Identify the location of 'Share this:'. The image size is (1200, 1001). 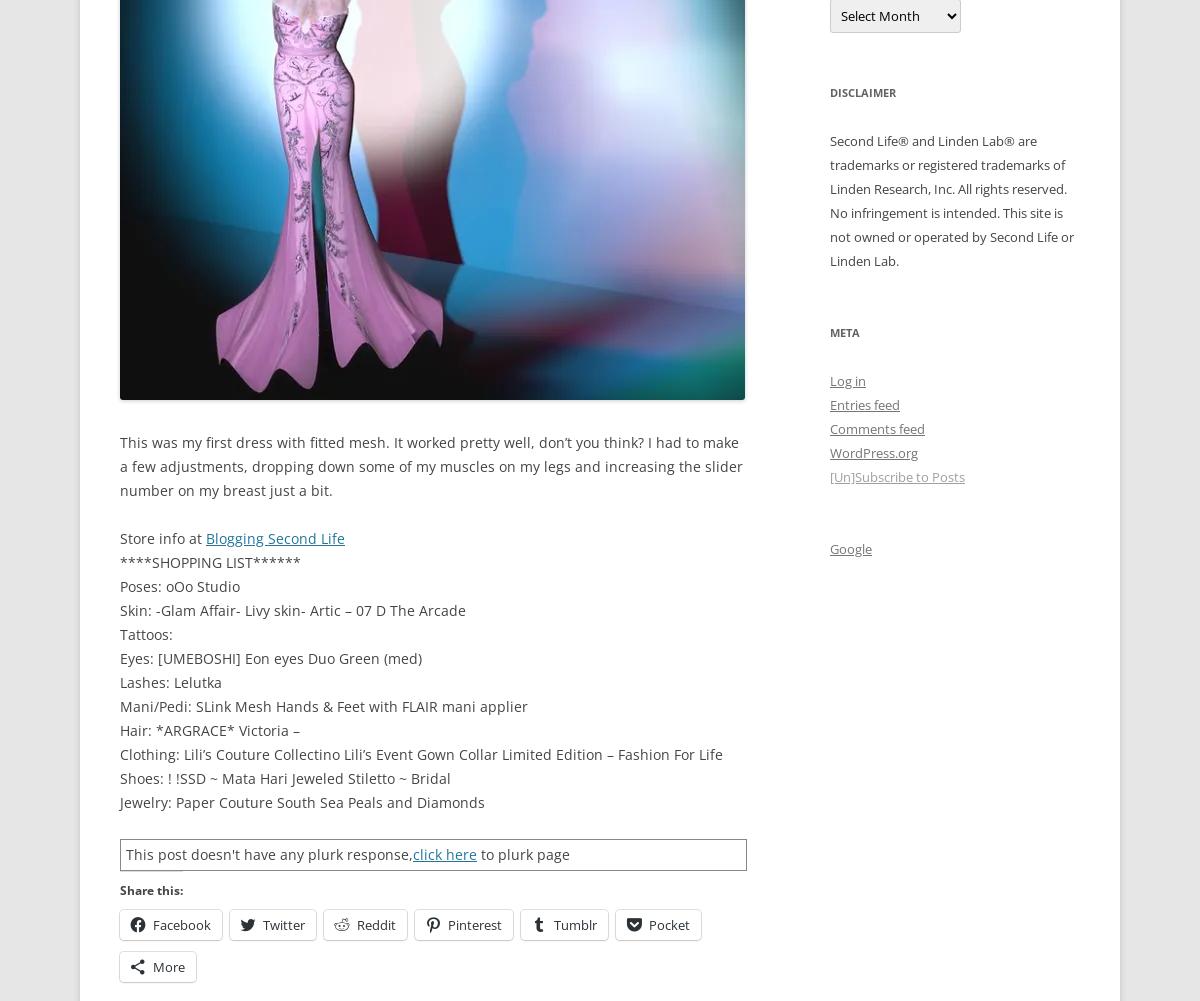
(150, 889).